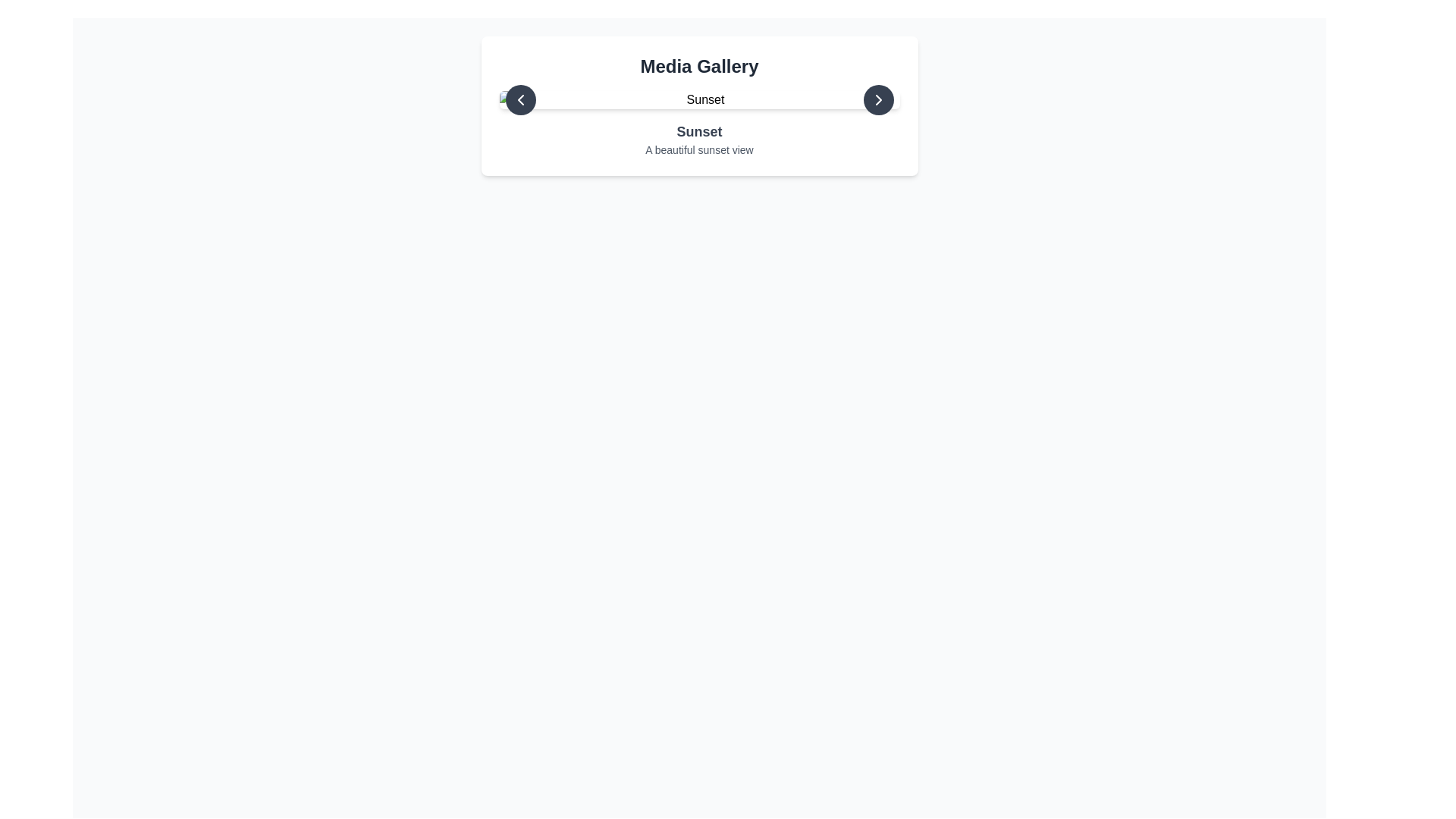 The width and height of the screenshot is (1456, 819). What do you see at coordinates (520, 99) in the screenshot?
I see `the chevron icon within the circular button located at the far left of the media gallery navigation bar` at bounding box center [520, 99].